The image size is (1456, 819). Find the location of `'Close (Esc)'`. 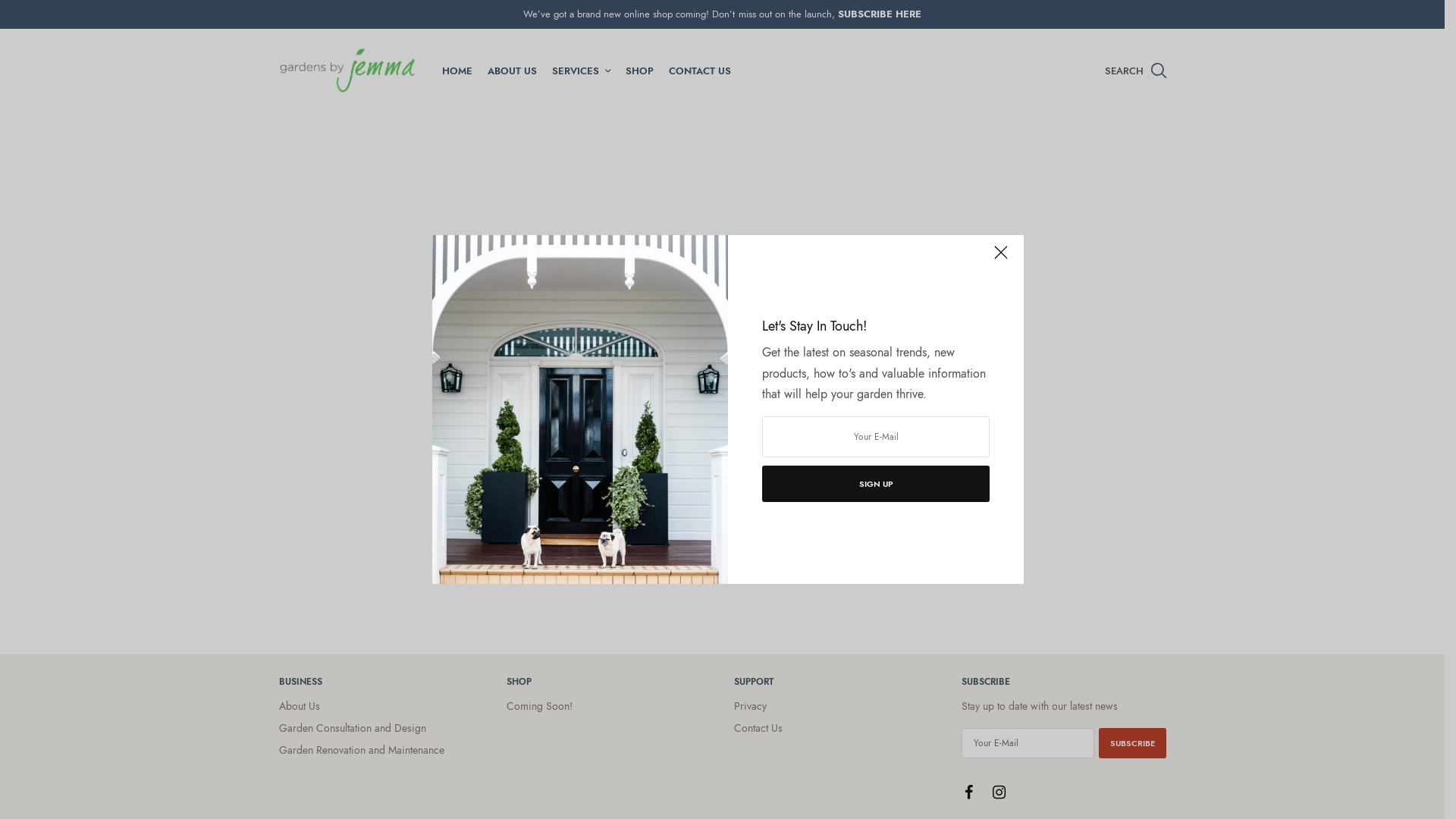

'Close (Esc)' is located at coordinates (1001, 259).